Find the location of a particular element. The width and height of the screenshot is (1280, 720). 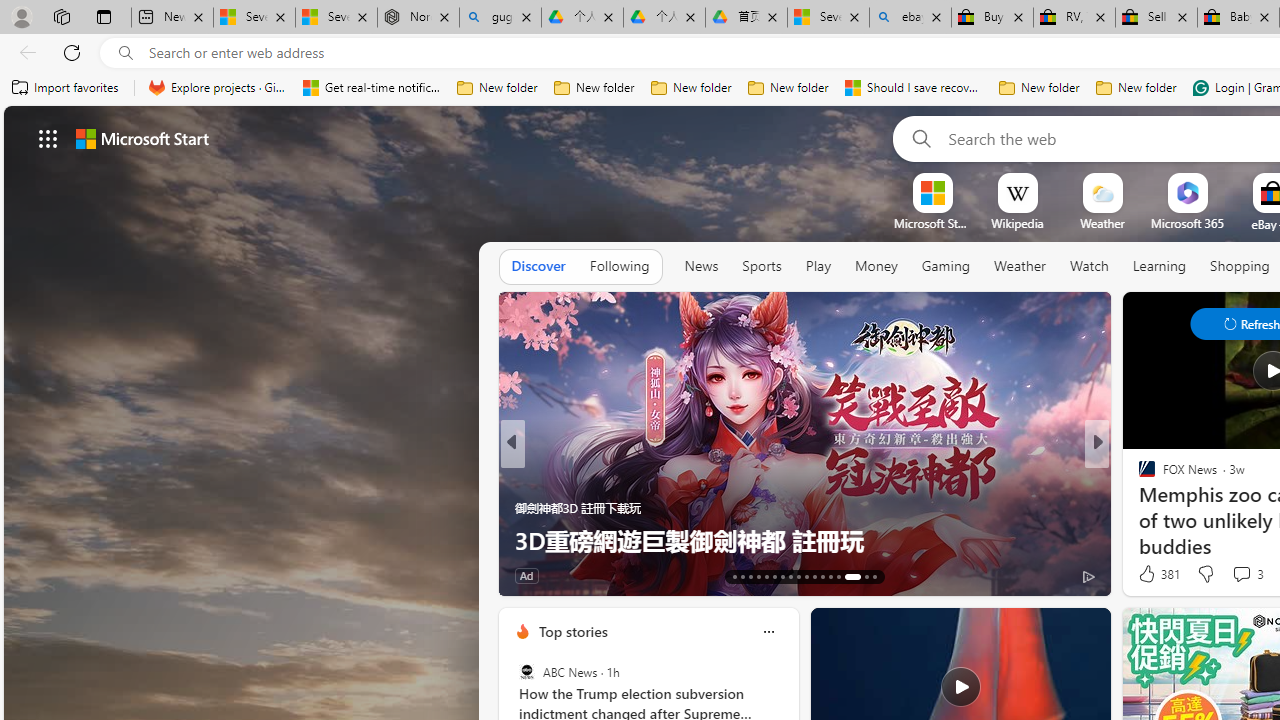

'Shopping' is located at coordinates (1239, 265).